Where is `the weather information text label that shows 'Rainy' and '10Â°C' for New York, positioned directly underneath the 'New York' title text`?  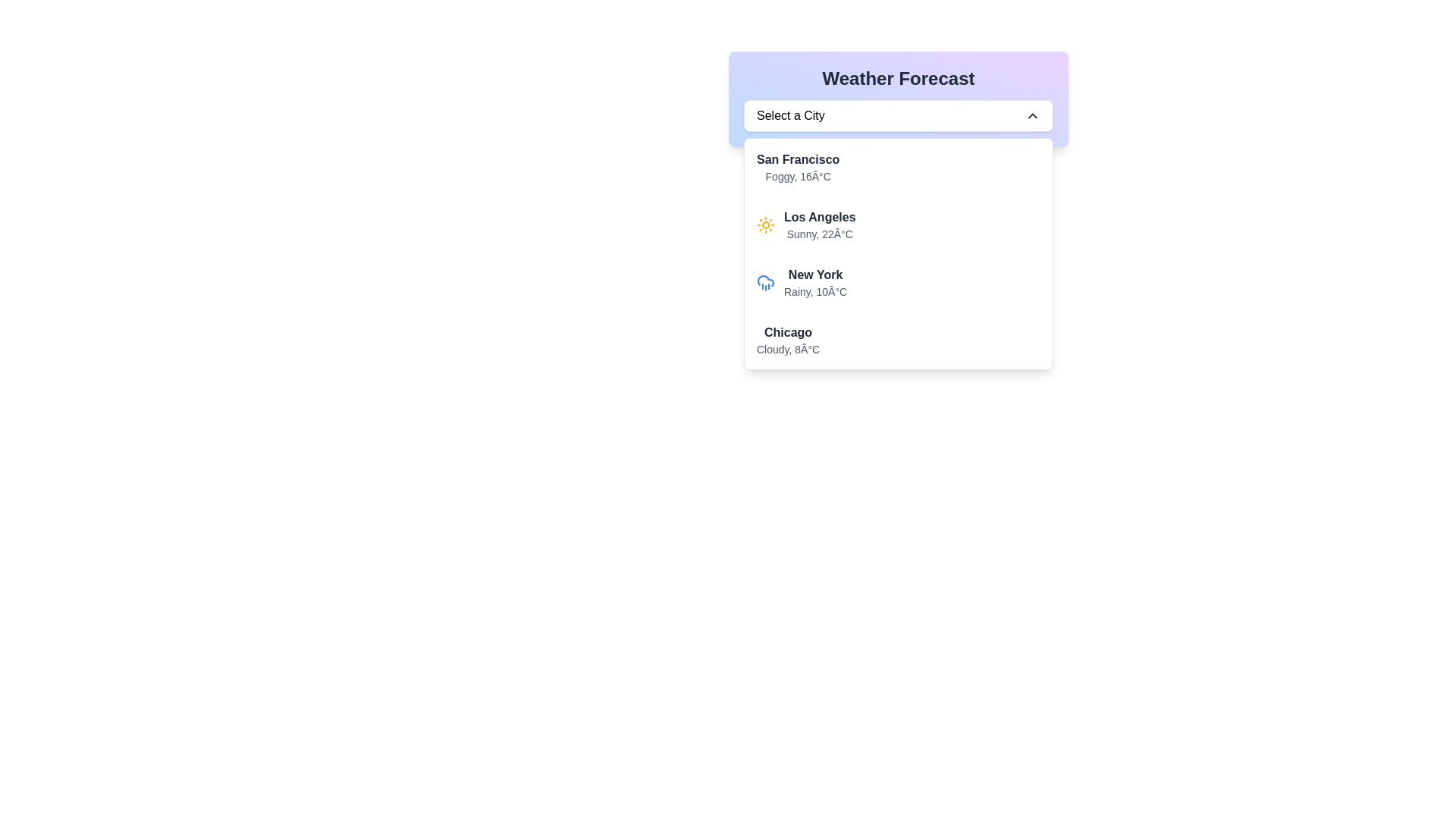
the weather information text label that shows 'Rainy' and '10Â°C' for New York, positioned directly underneath the 'New York' title text is located at coordinates (814, 292).